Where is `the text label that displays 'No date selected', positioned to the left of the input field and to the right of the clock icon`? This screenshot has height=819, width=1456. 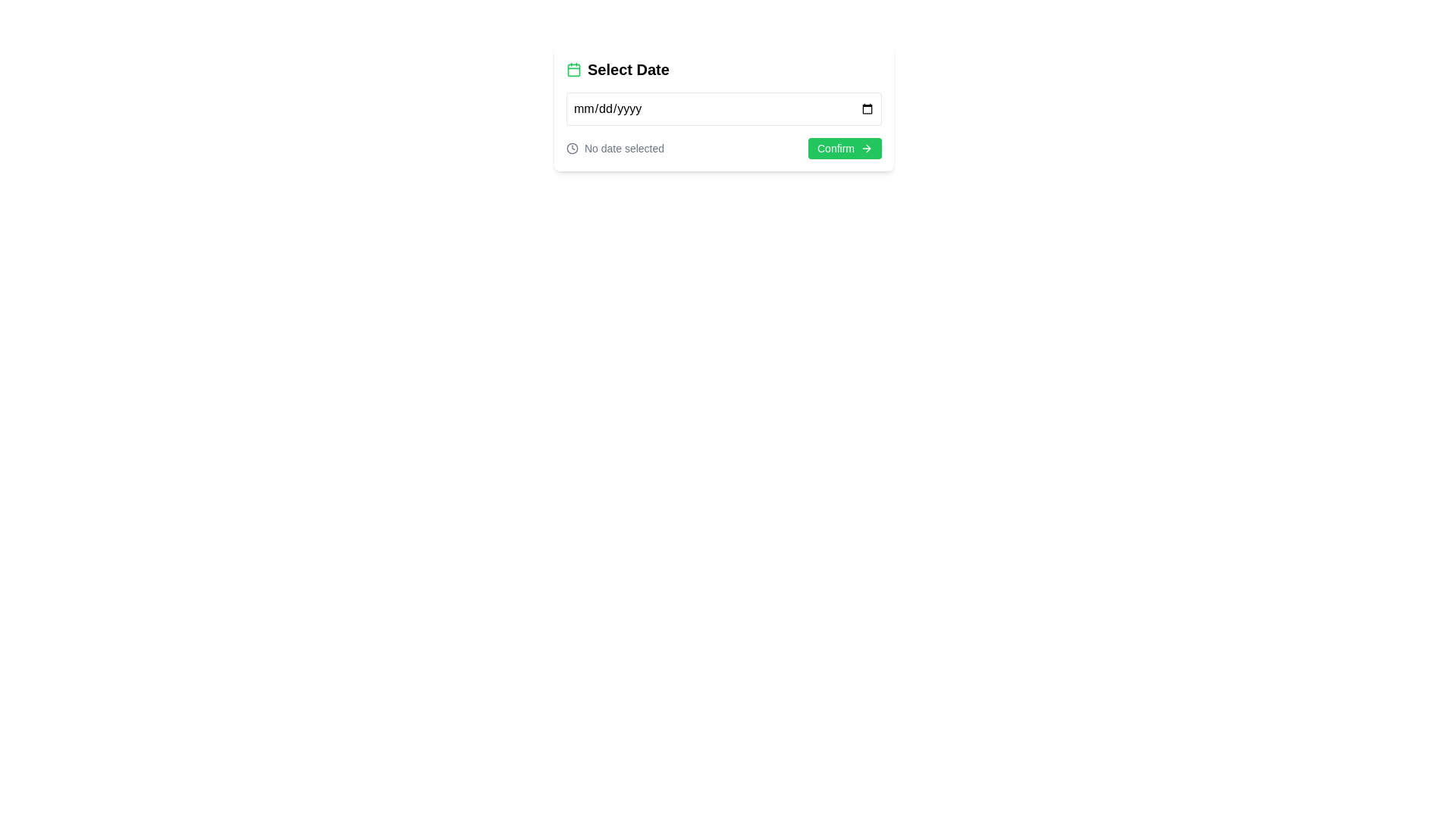
the text label that displays 'No date selected', positioned to the left of the input field and to the right of the clock icon is located at coordinates (624, 149).